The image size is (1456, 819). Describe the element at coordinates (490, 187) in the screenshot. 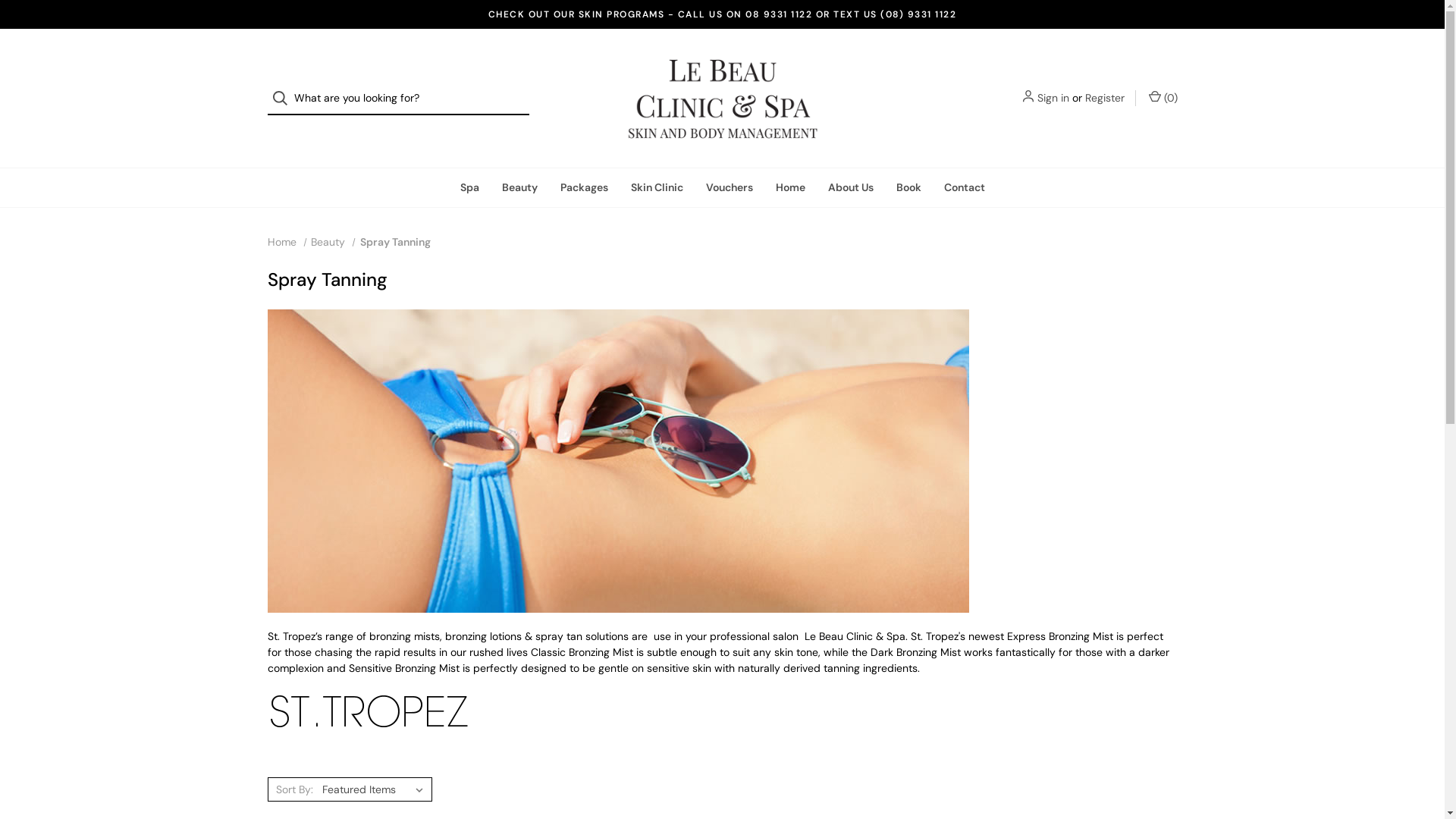

I see `'Beauty'` at that location.